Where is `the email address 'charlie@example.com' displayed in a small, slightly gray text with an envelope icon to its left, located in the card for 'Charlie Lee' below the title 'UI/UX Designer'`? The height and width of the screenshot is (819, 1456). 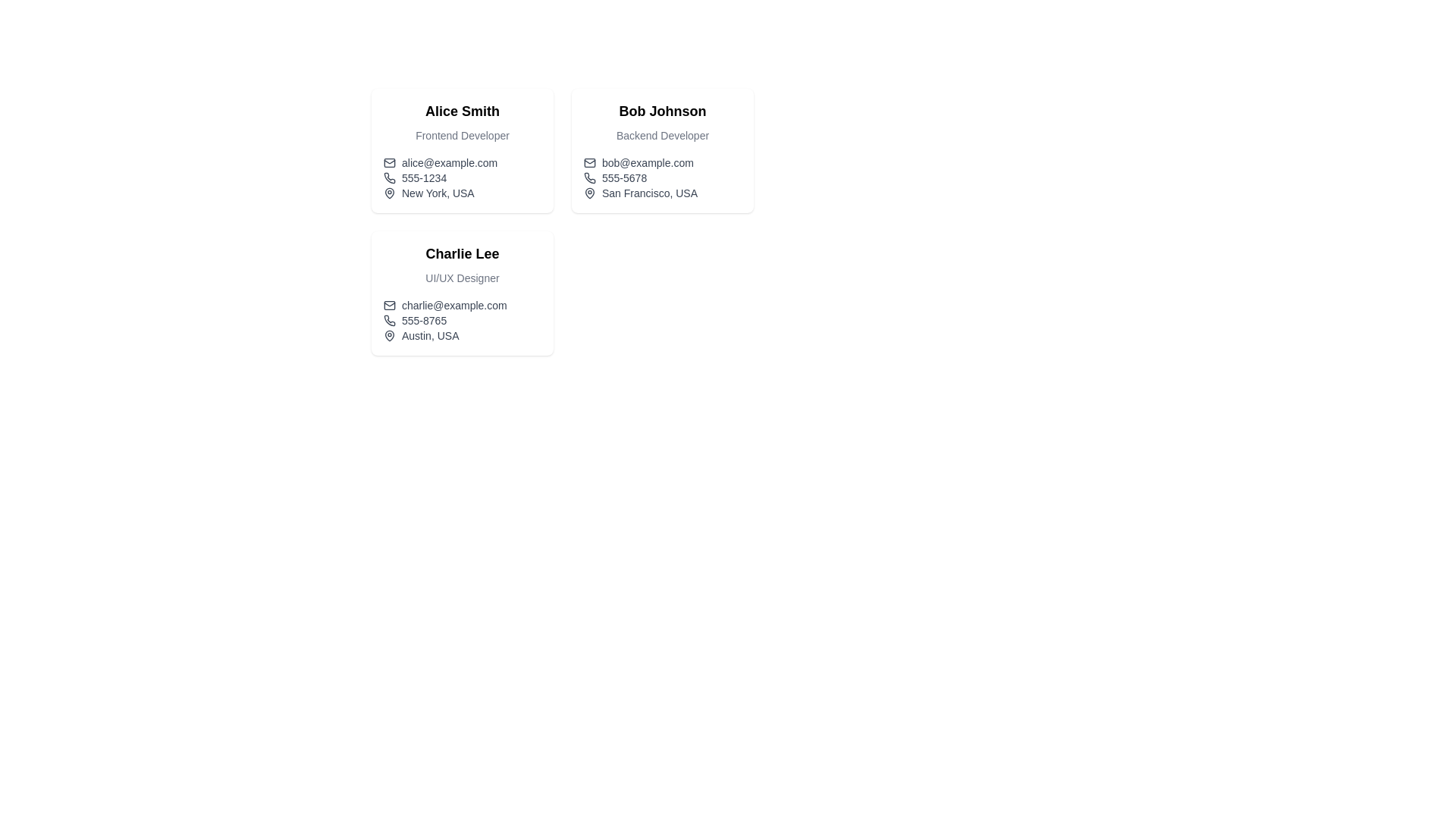
the email address 'charlie@example.com' displayed in a small, slightly gray text with an envelope icon to its left, located in the card for 'Charlie Lee' below the title 'UI/UX Designer' is located at coordinates (461, 305).